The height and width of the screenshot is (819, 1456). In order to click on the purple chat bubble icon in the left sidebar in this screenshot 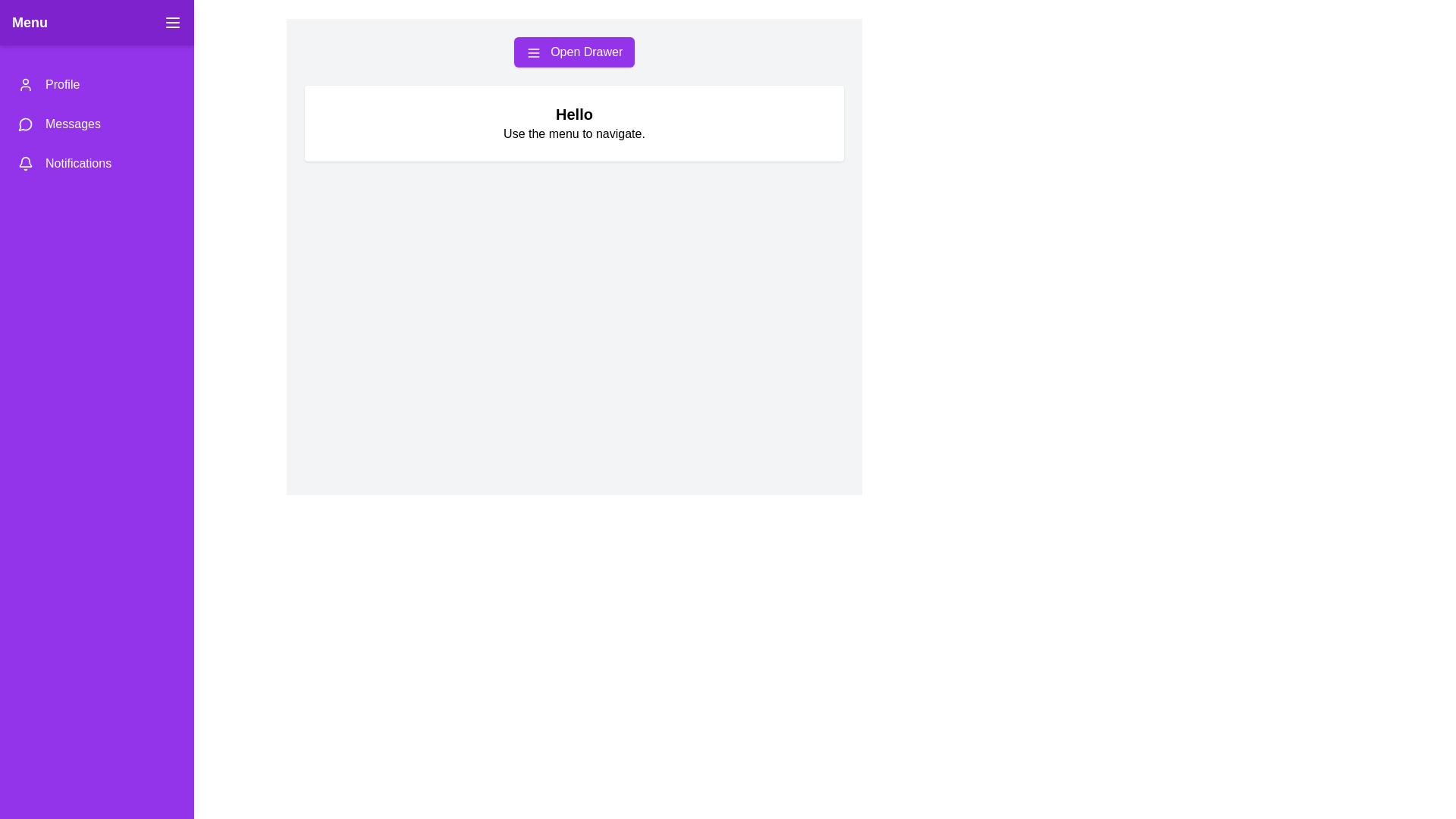, I will do `click(25, 124)`.